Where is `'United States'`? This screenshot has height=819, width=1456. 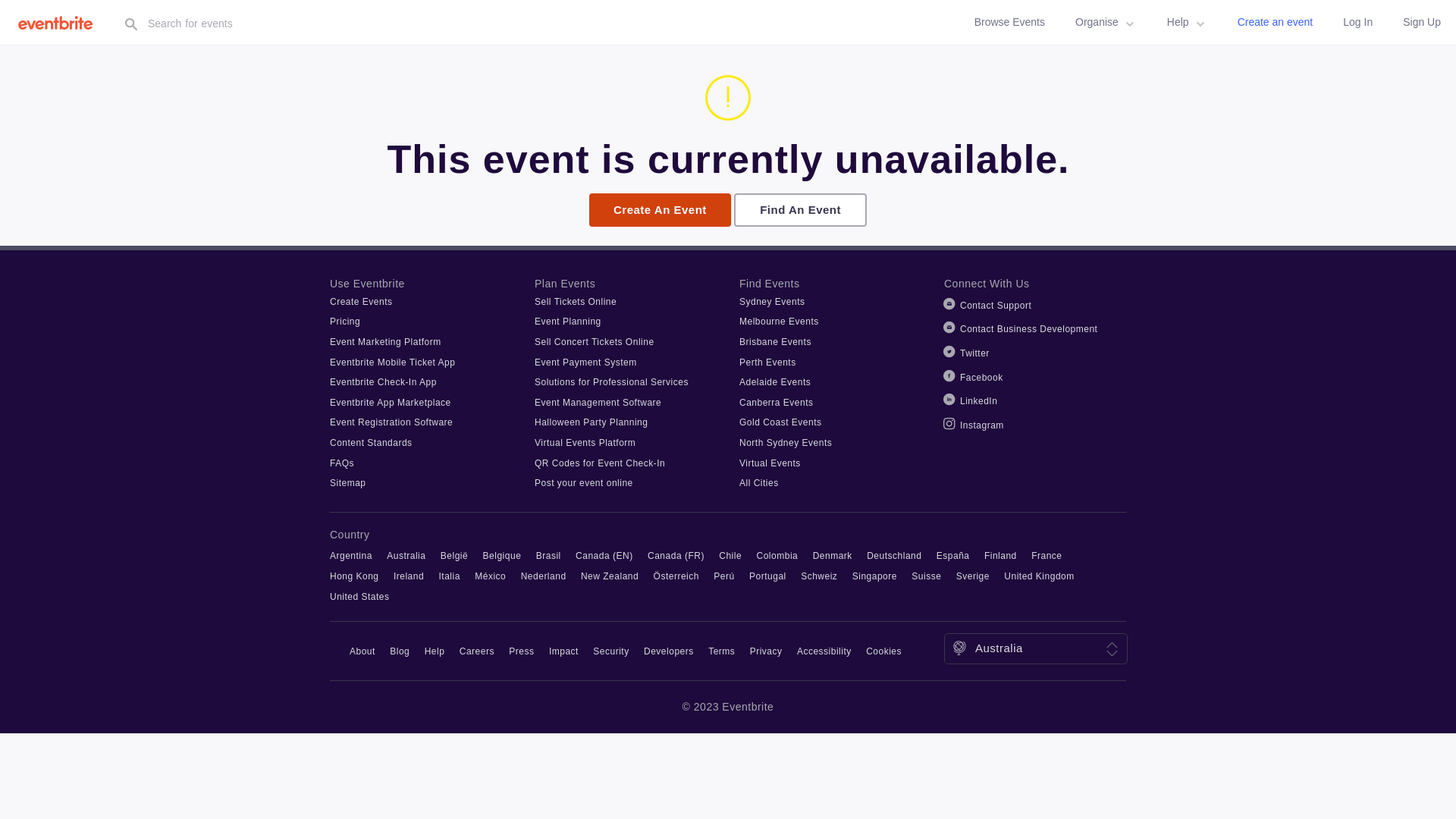 'United States' is located at coordinates (359, 595).